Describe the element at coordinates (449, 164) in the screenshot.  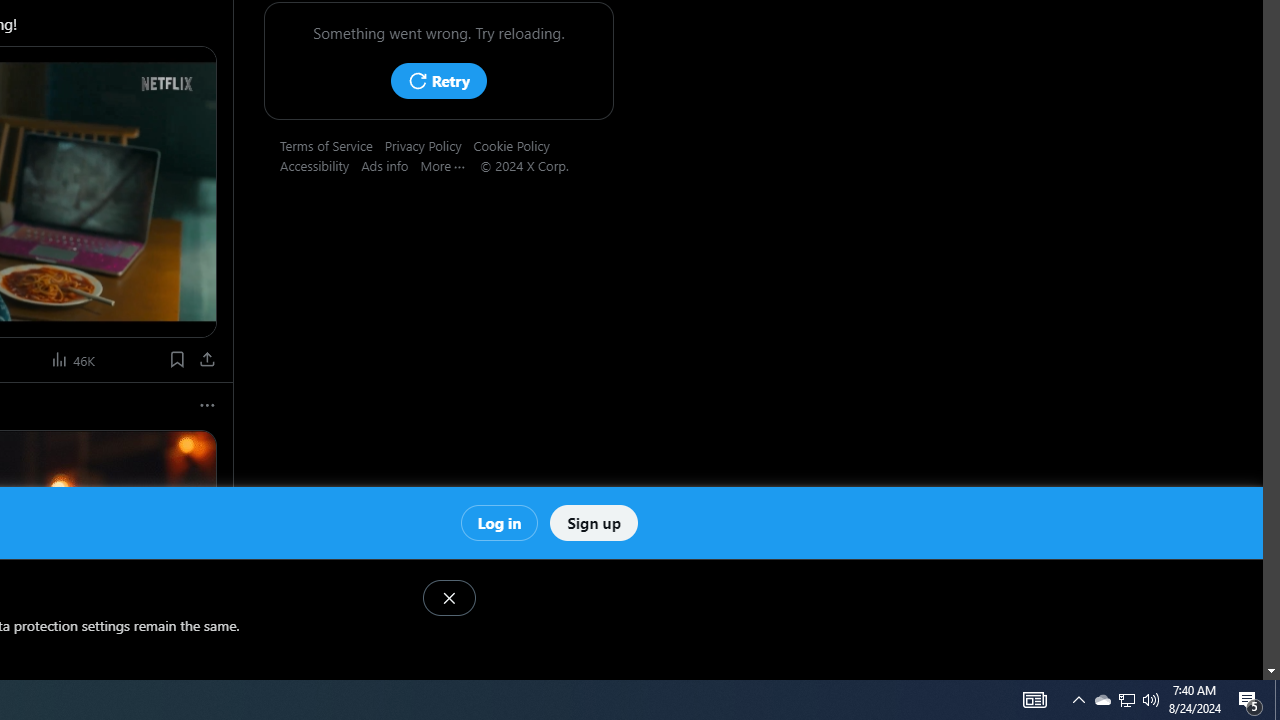
I see `'More'` at that location.